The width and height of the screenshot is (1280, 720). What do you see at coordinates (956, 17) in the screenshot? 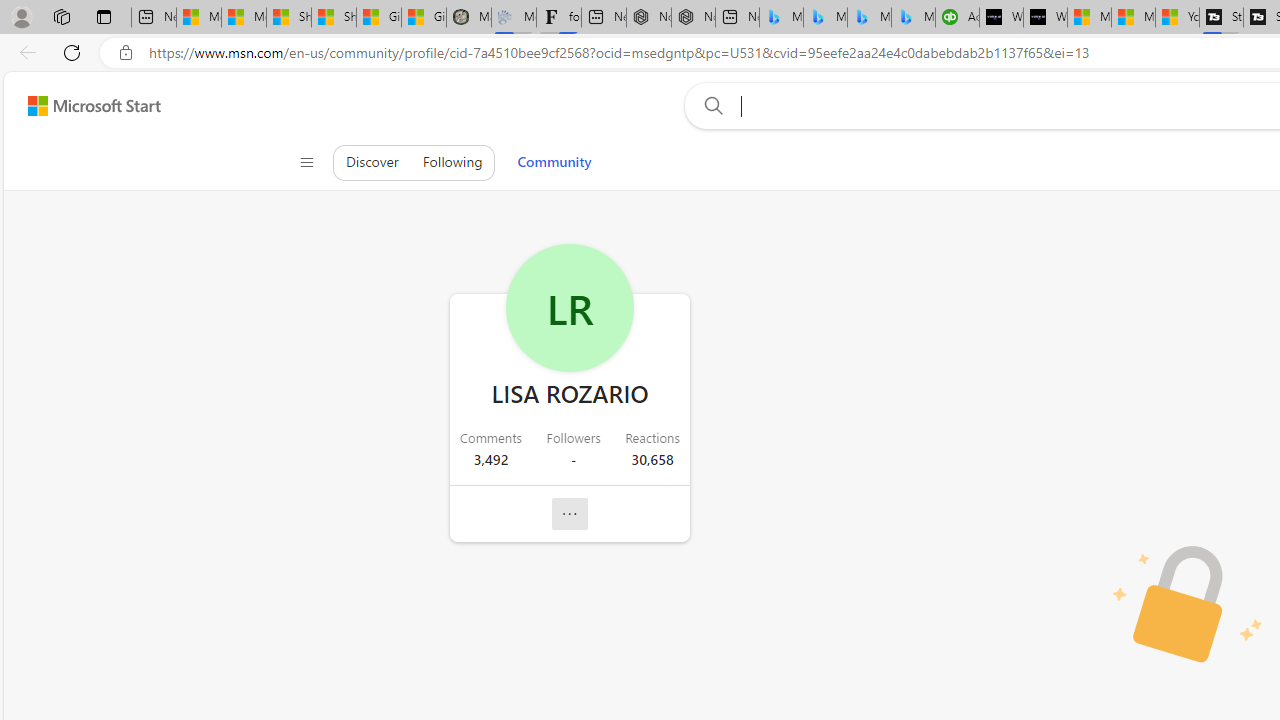
I see `'Accounting Software for Accountants, CPAs and Bookkeepers'` at bounding box center [956, 17].